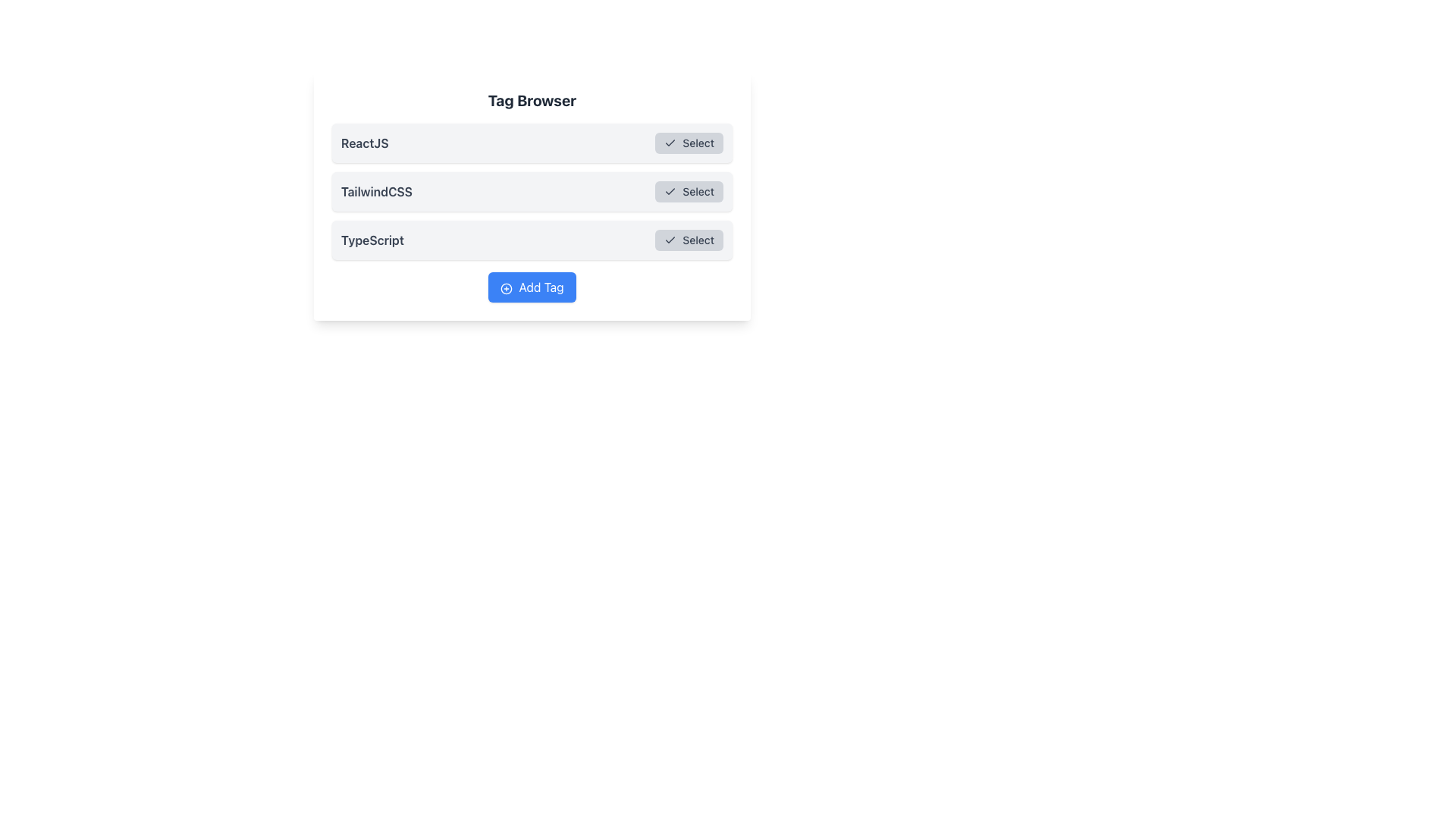  Describe the element at coordinates (532, 287) in the screenshot. I see `the button located at the bottom of the 'Tag Browser' box` at that location.